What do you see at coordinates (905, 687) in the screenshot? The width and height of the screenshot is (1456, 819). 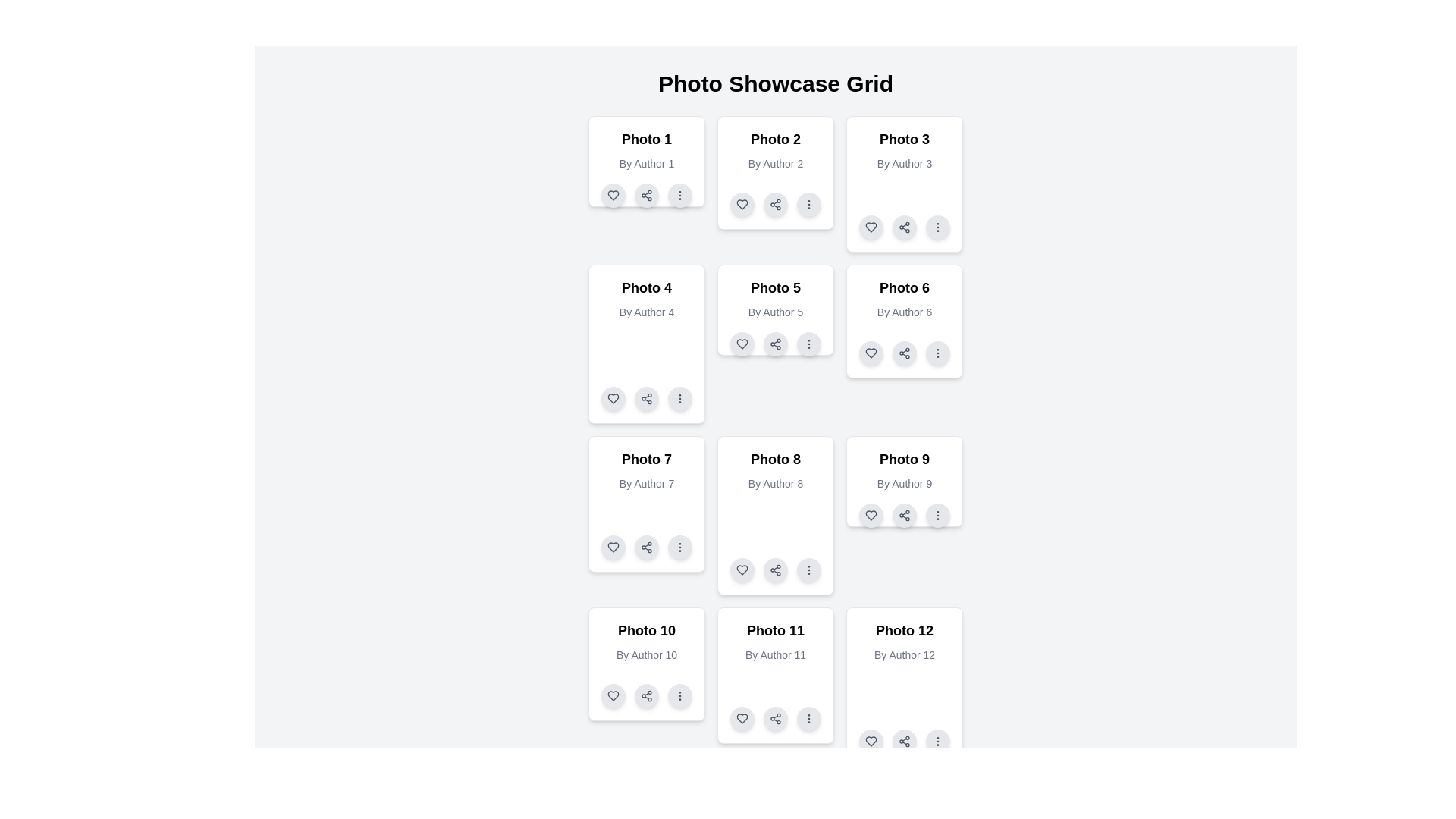 I see `the interactive buttons on the Card component located in the bottom-right of the grid layout` at bounding box center [905, 687].